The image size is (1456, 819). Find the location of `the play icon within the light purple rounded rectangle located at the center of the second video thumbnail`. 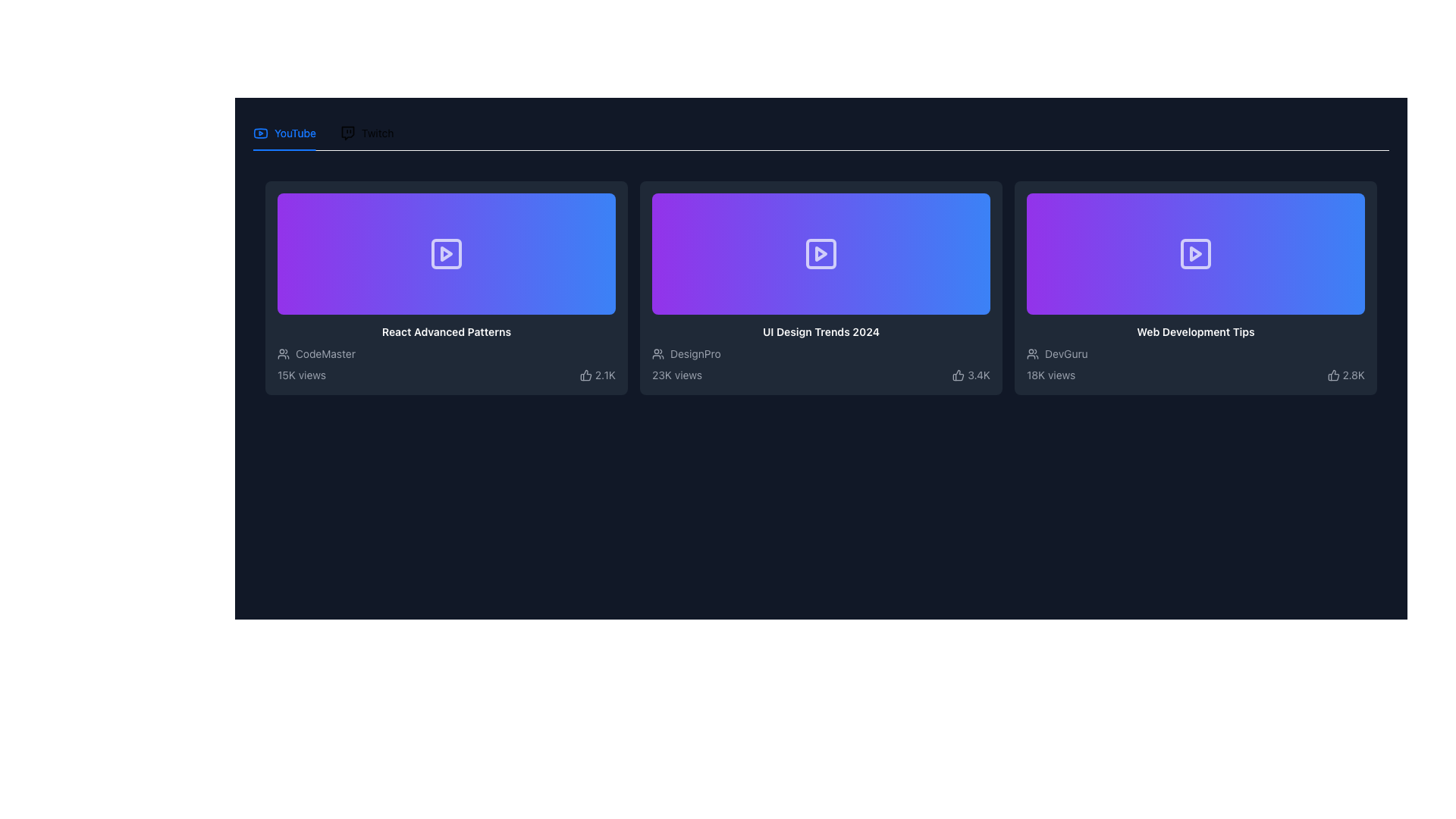

the play icon within the light purple rounded rectangle located at the center of the second video thumbnail is located at coordinates (821, 253).